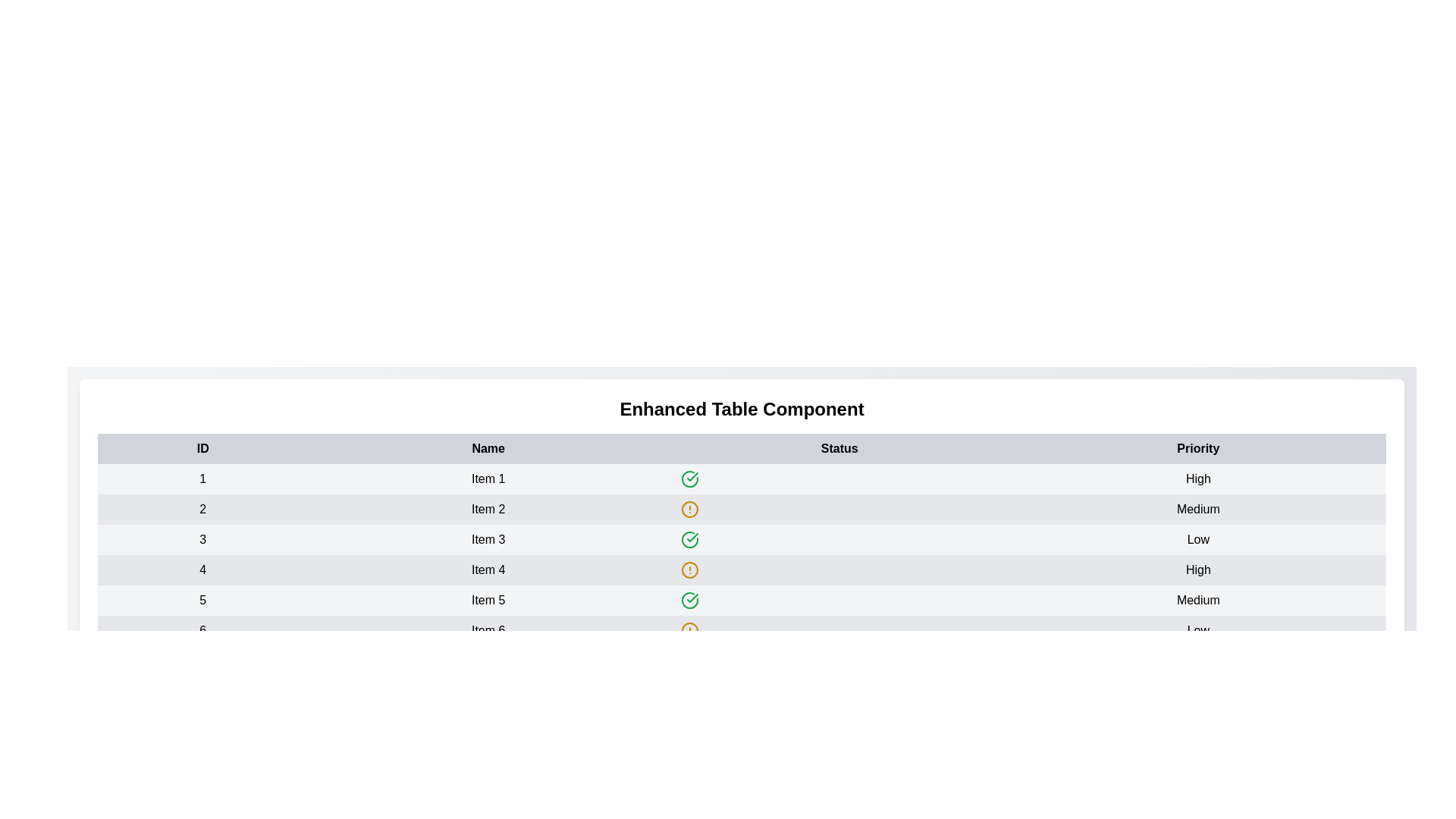 This screenshot has width=1456, height=819. Describe the element at coordinates (1197, 447) in the screenshot. I see `the Priority table header to sort the data` at that location.